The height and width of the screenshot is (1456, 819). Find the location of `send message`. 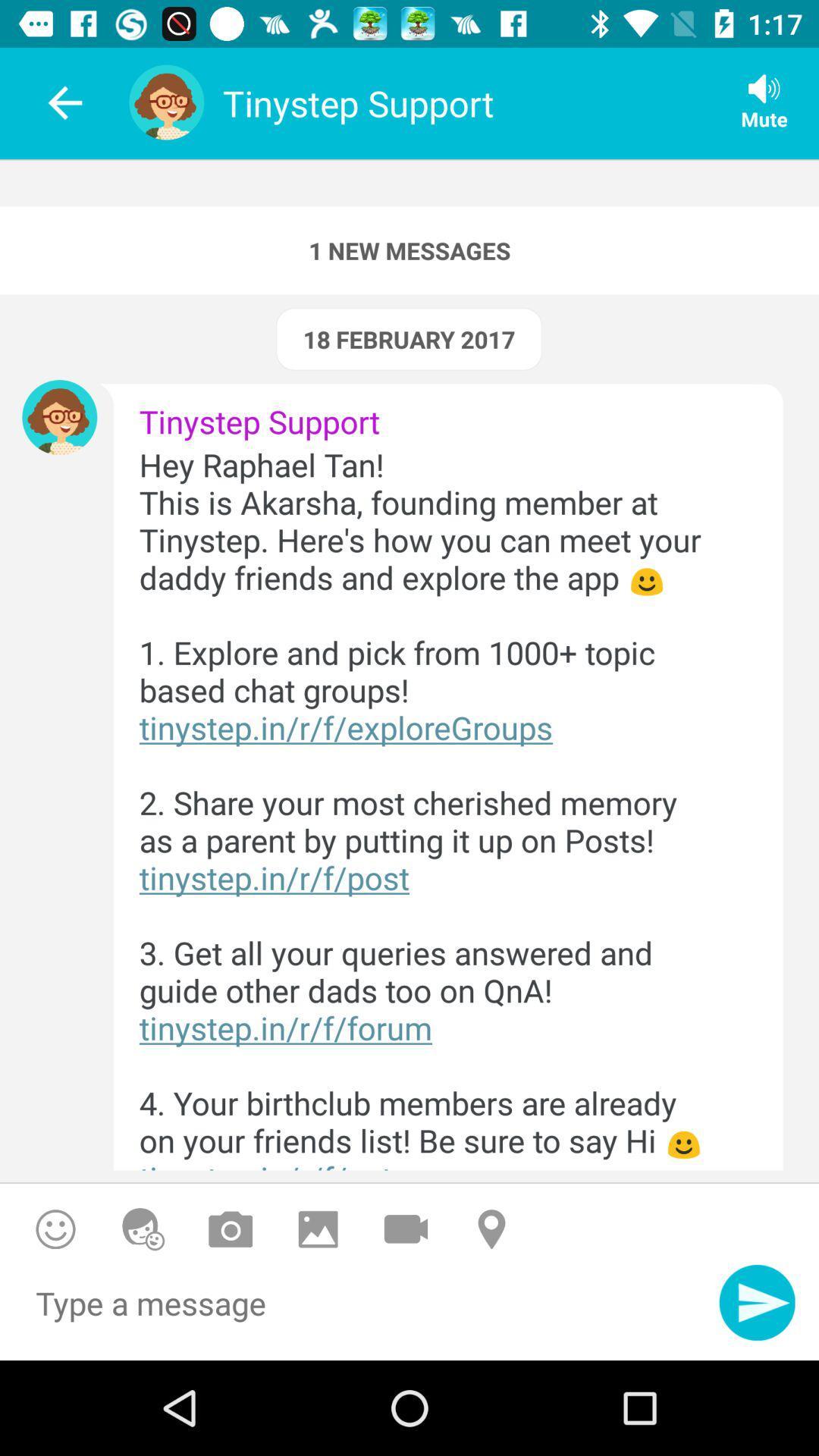

send message is located at coordinates (757, 1301).